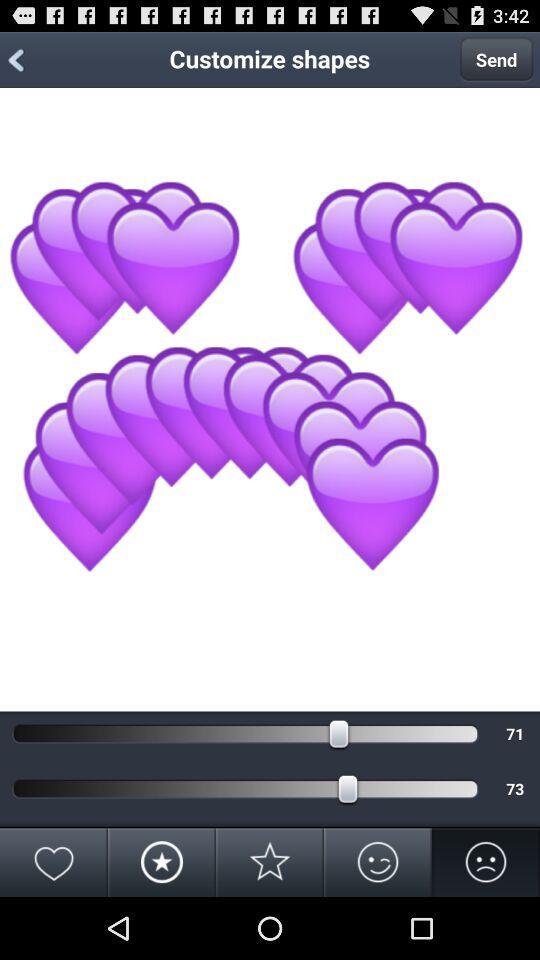 The height and width of the screenshot is (960, 540). Describe the element at coordinates (270, 922) in the screenshot. I see `the star icon` at that location.